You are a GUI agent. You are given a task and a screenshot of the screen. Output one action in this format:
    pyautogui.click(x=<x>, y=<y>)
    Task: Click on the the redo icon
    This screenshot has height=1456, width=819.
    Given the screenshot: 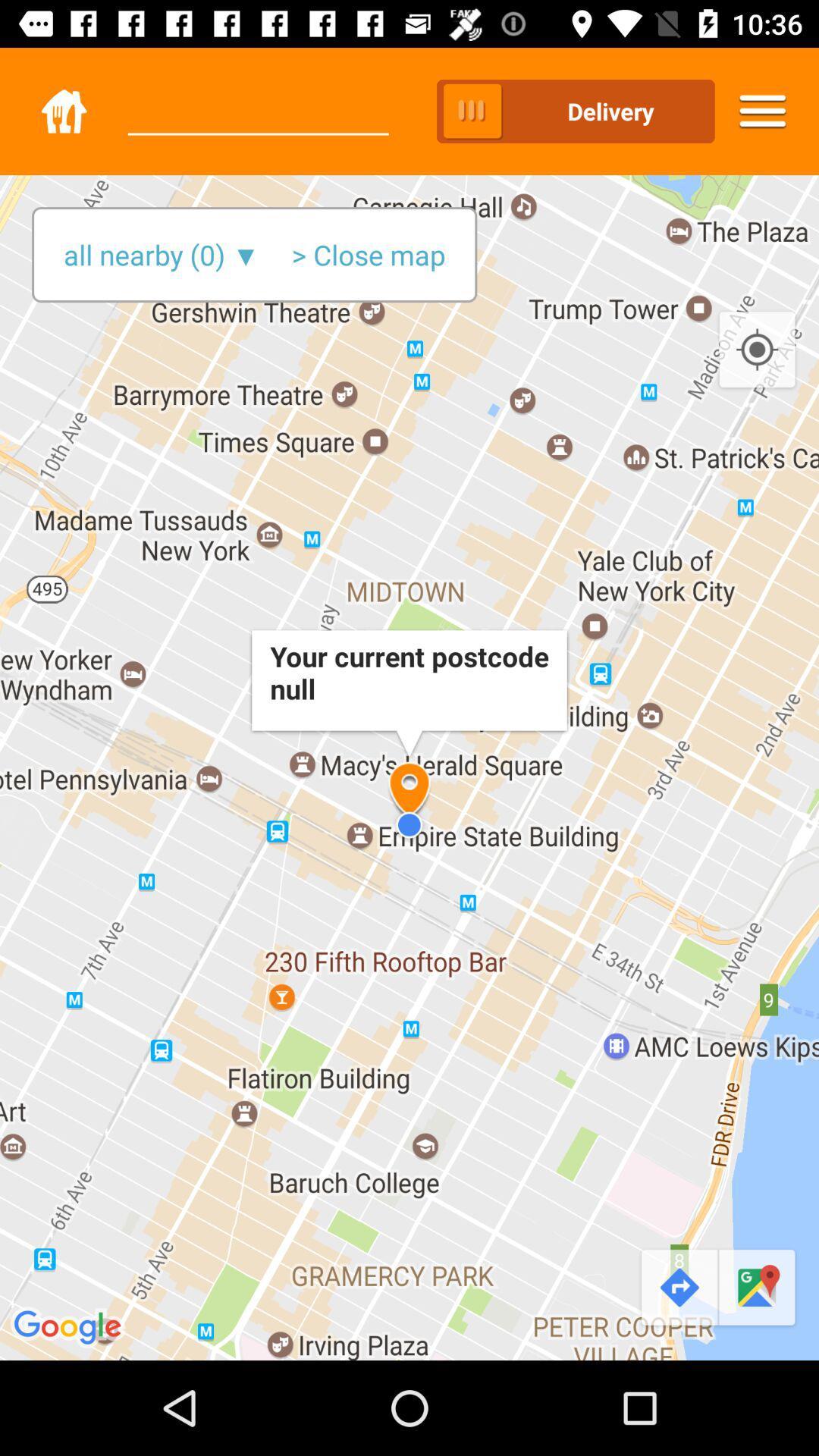 What is the action you would take?
    pyautogui.click(x=677, y=1288)
    